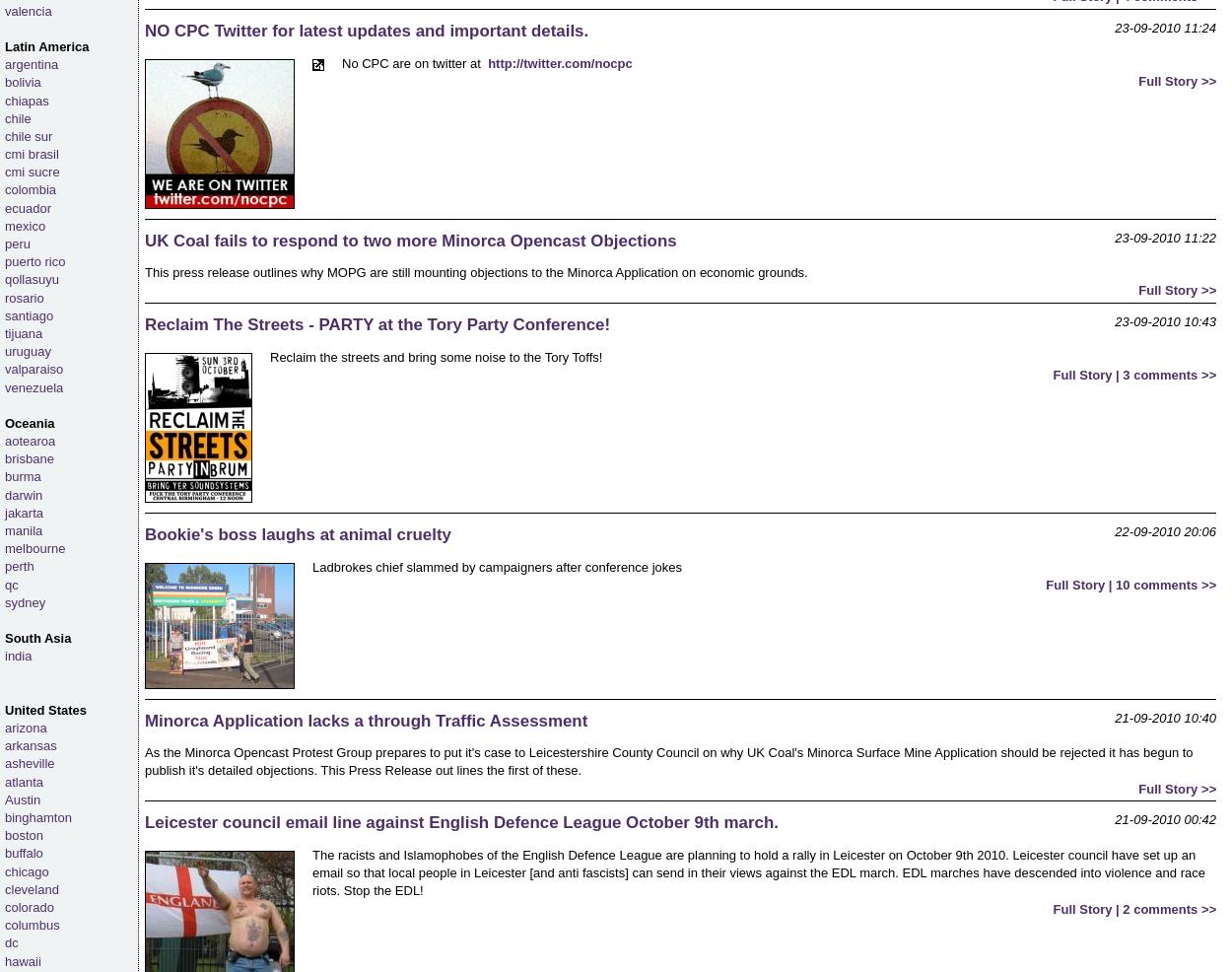 This screenshot has width=1232, height=972. Describe the element at coordinates (1165, 818) in the screenshot. I see `'21-09-2010 00:42'` at that location.